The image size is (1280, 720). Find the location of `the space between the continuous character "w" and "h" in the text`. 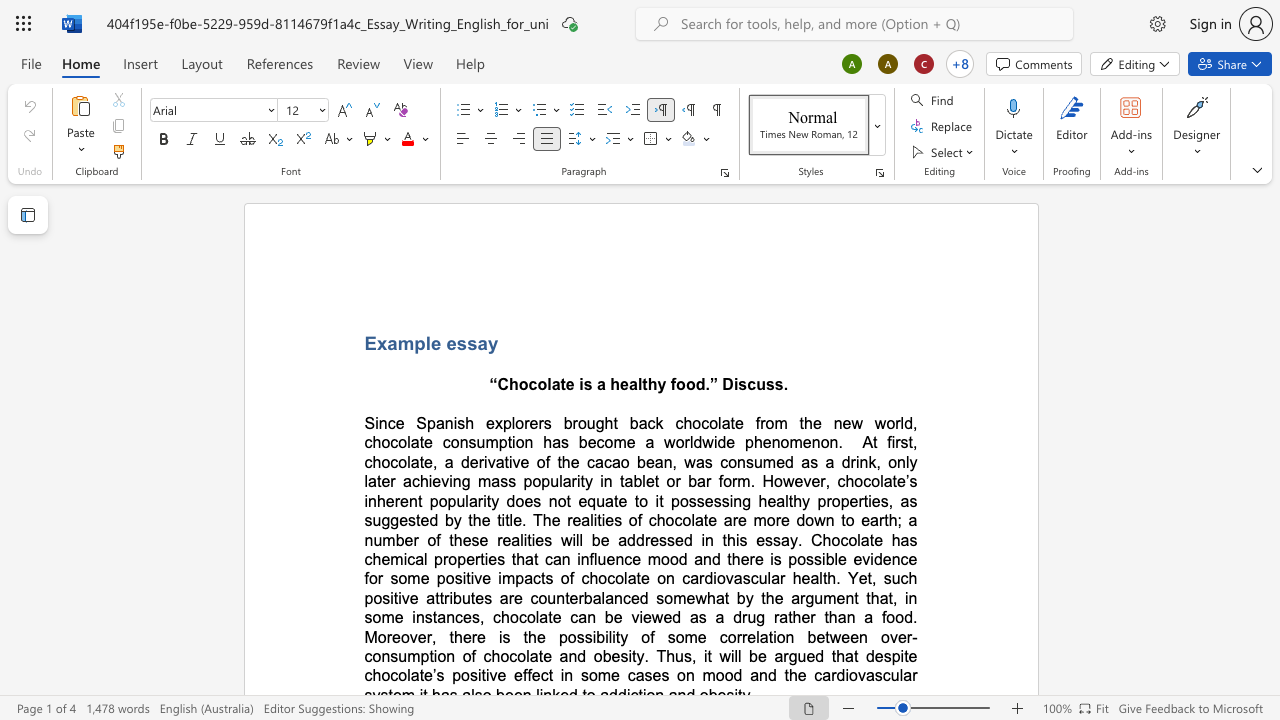

the space between the continuous character "w" and "h" in the text is located at coordinates (706, 597).